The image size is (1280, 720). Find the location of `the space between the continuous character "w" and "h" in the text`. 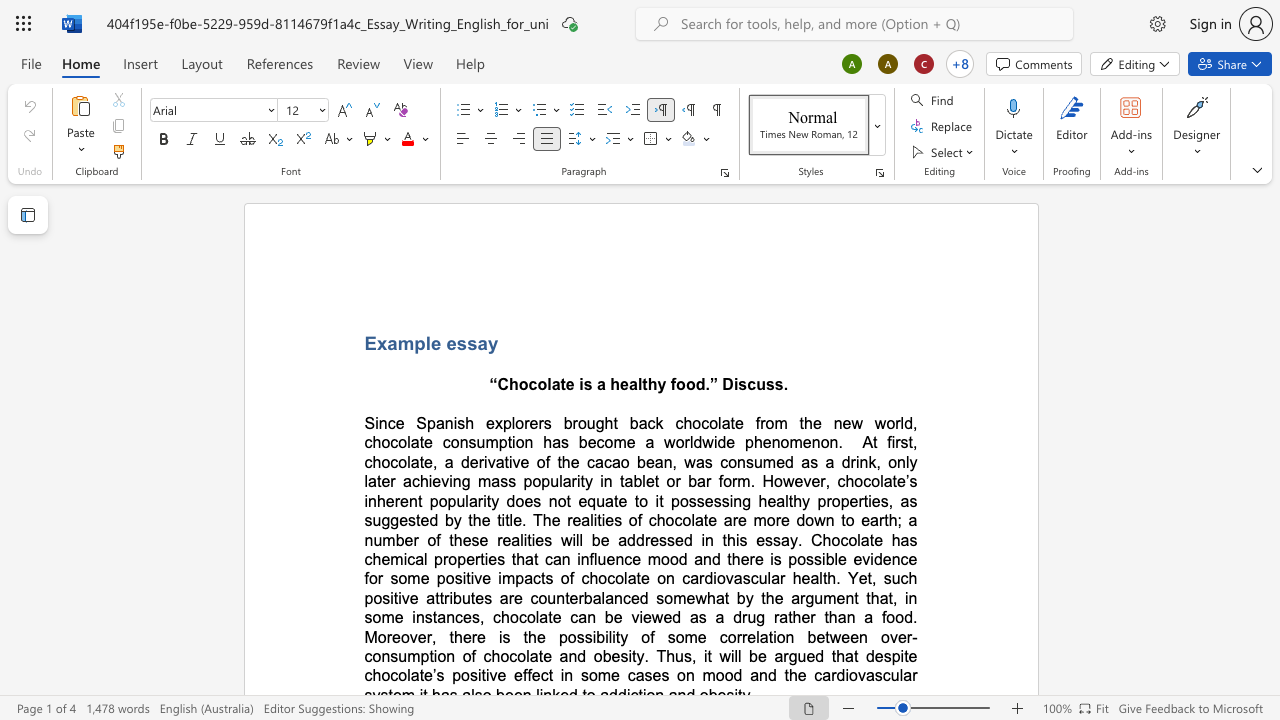

the space between the continuous character "w" and "h" in the text is located at coordinates (706, 597).